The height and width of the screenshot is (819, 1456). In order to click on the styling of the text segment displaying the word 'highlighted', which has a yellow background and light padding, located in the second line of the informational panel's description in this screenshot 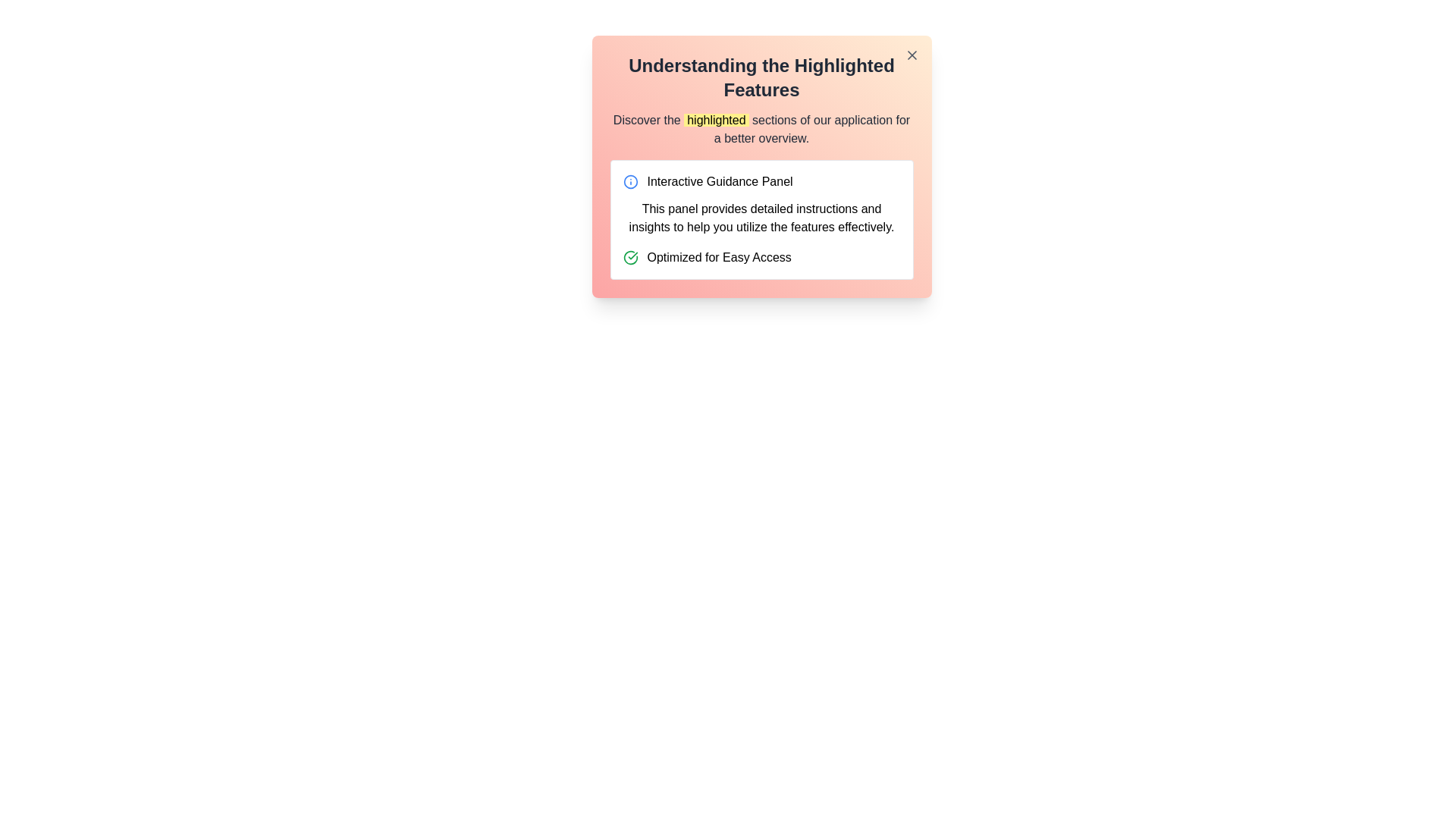, I will do `click(715, 119)`.